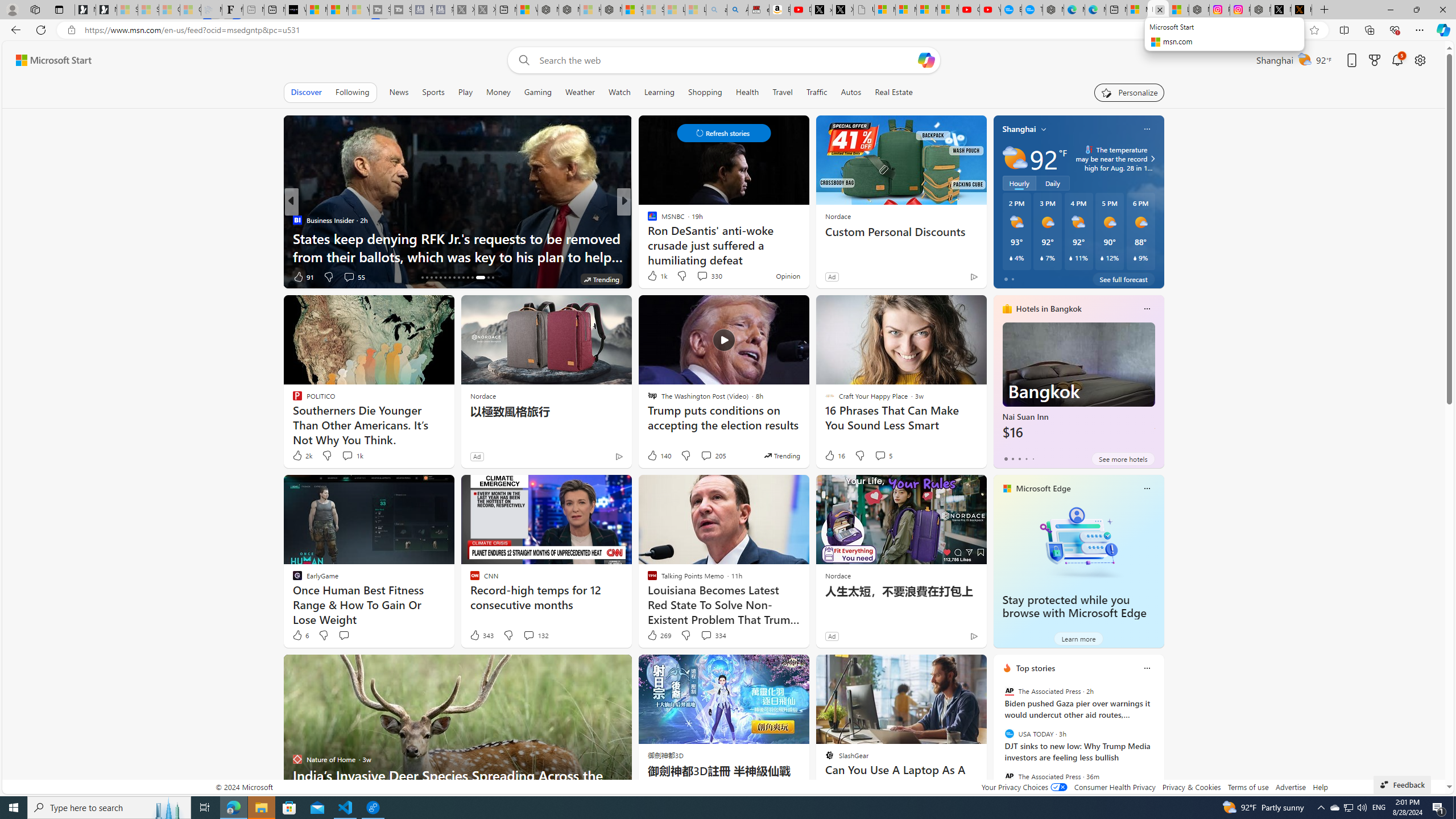  Describe the element at coordinates (433, 92) in the screenshot. I see `'Sports'` at that location.